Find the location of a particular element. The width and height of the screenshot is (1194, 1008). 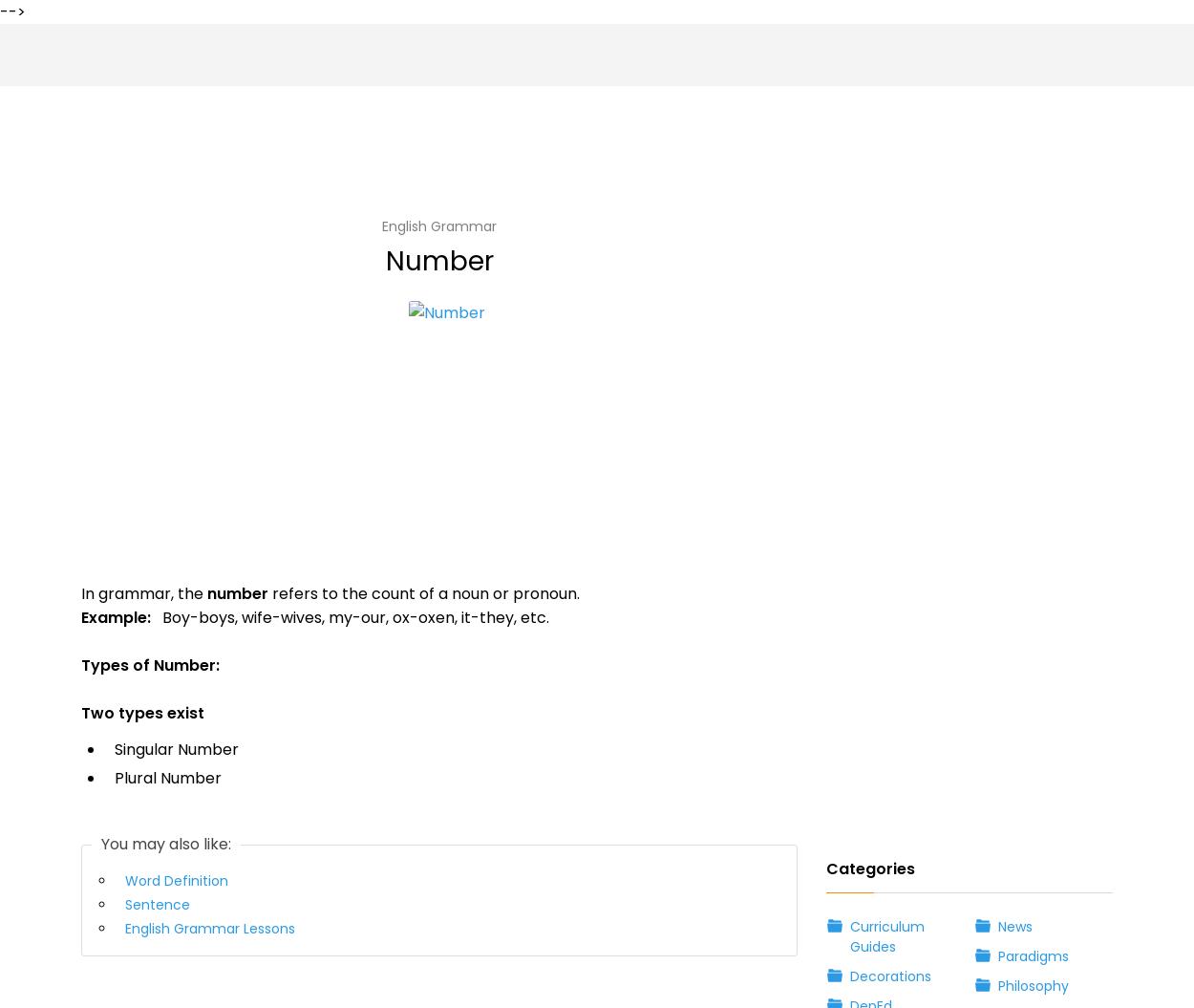

'Me' is located at coordinates (97, 811).